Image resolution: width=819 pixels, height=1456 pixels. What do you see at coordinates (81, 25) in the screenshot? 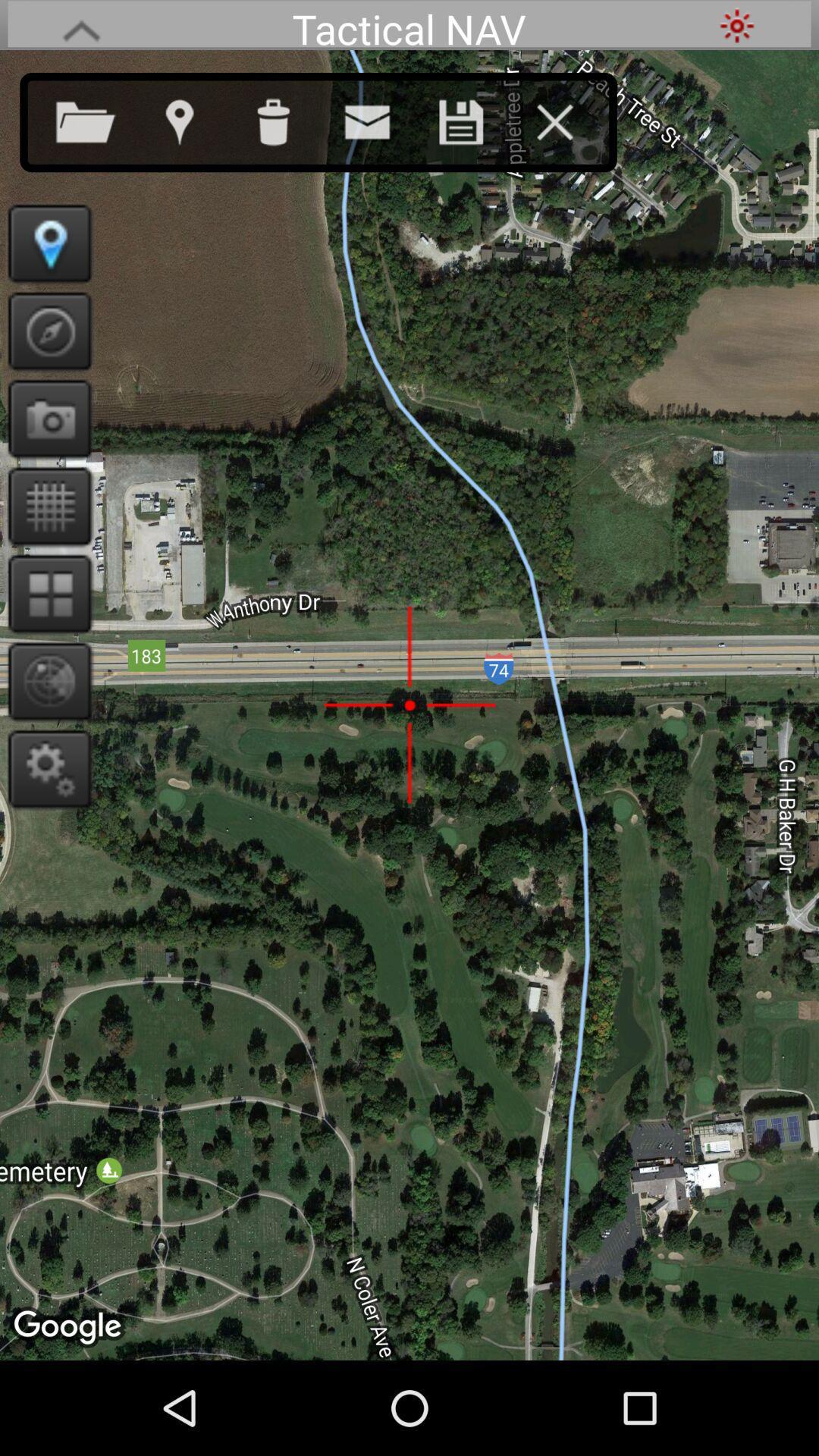
I see `the item to the left of the tactical nav app` at bounding box center [81, 25].